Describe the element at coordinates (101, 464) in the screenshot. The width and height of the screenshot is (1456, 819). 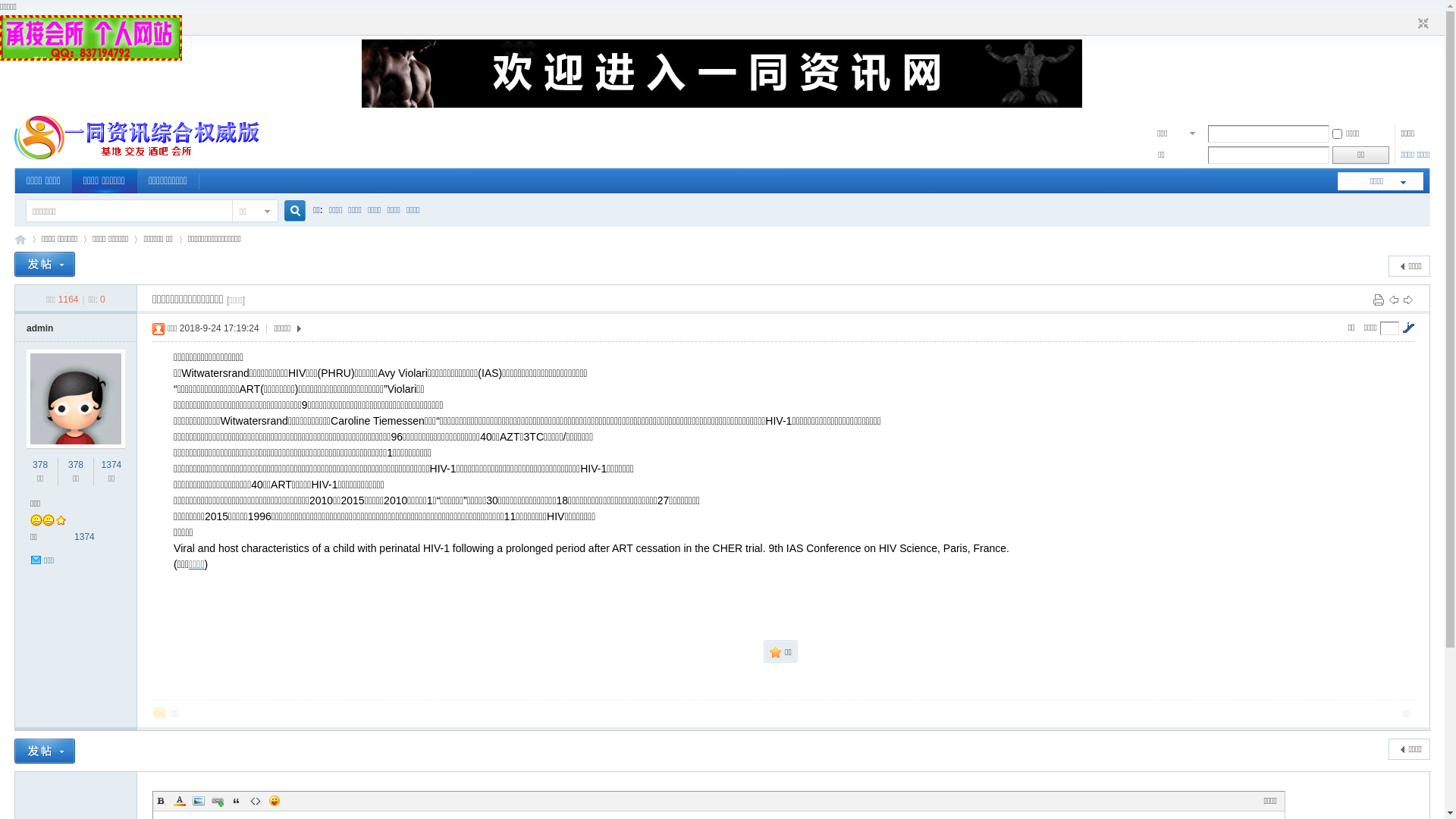
I see `'1374'` at that location.